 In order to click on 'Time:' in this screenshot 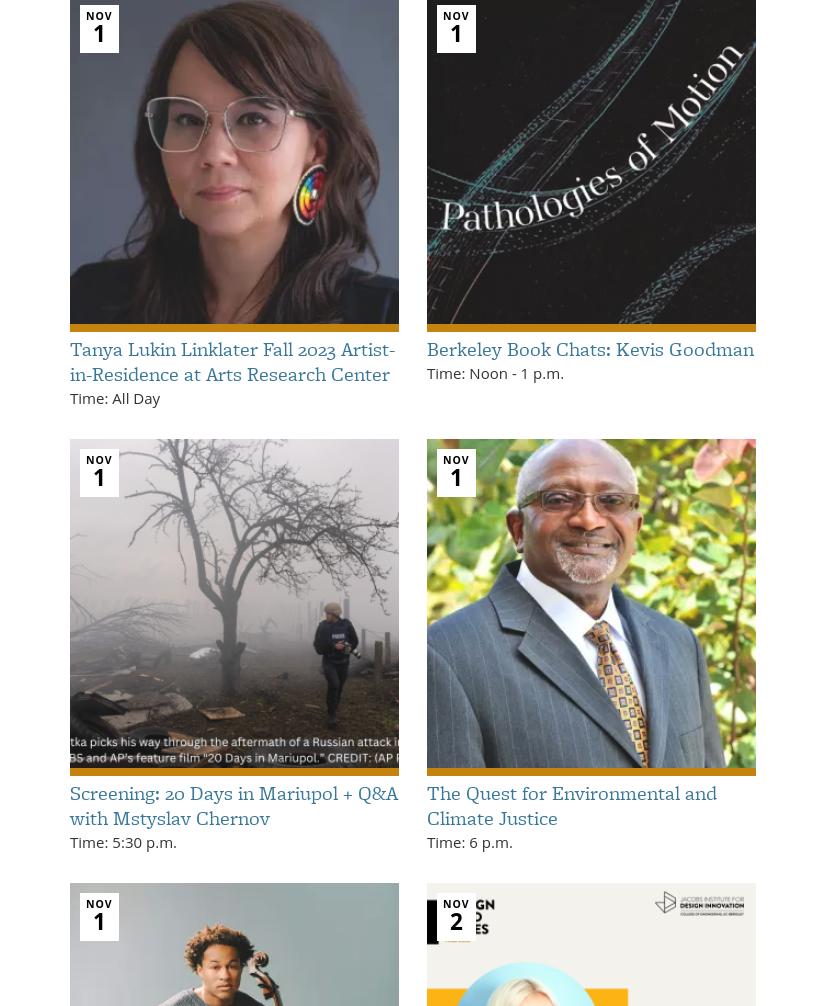, I will do `click(90, 395)`.